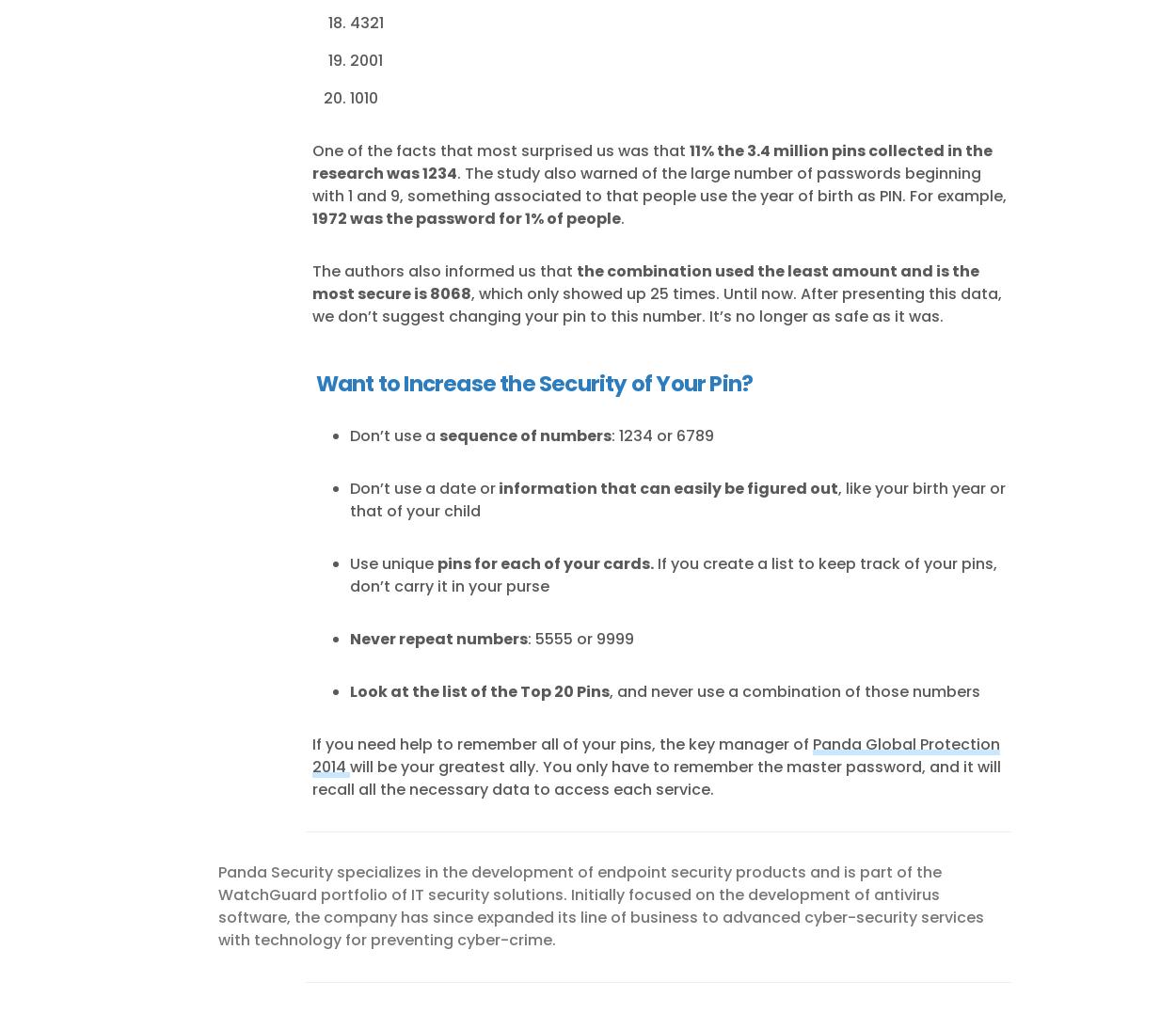 The height and width of the screenshot is (1013, 1176). What do you see at coordinates (793, 690) in the screenshot?
I see `', and never use a combination of those numbers'` at bounding box center [793, 690].